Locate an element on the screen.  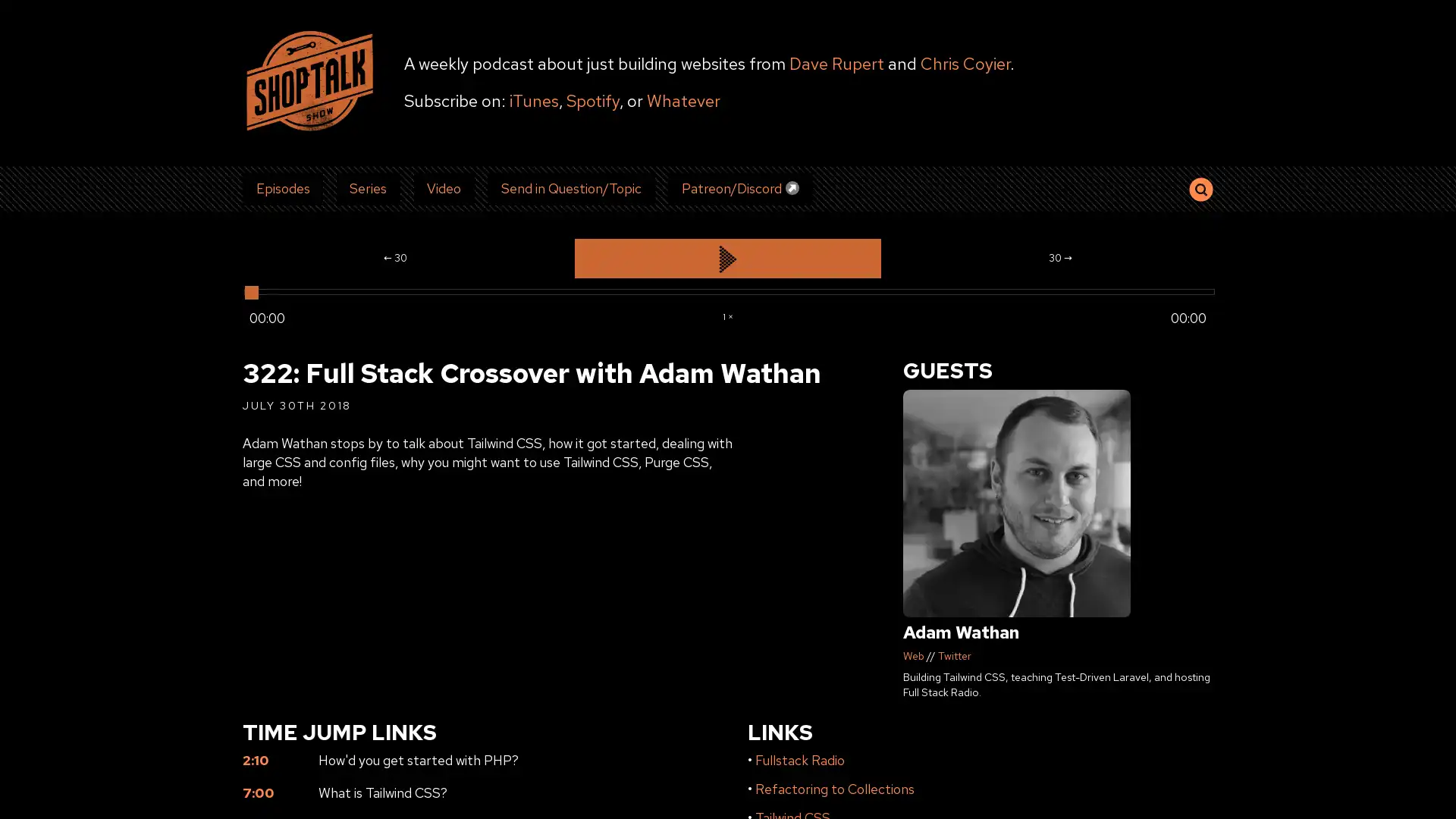
Play is located at coordinates (726, 257).